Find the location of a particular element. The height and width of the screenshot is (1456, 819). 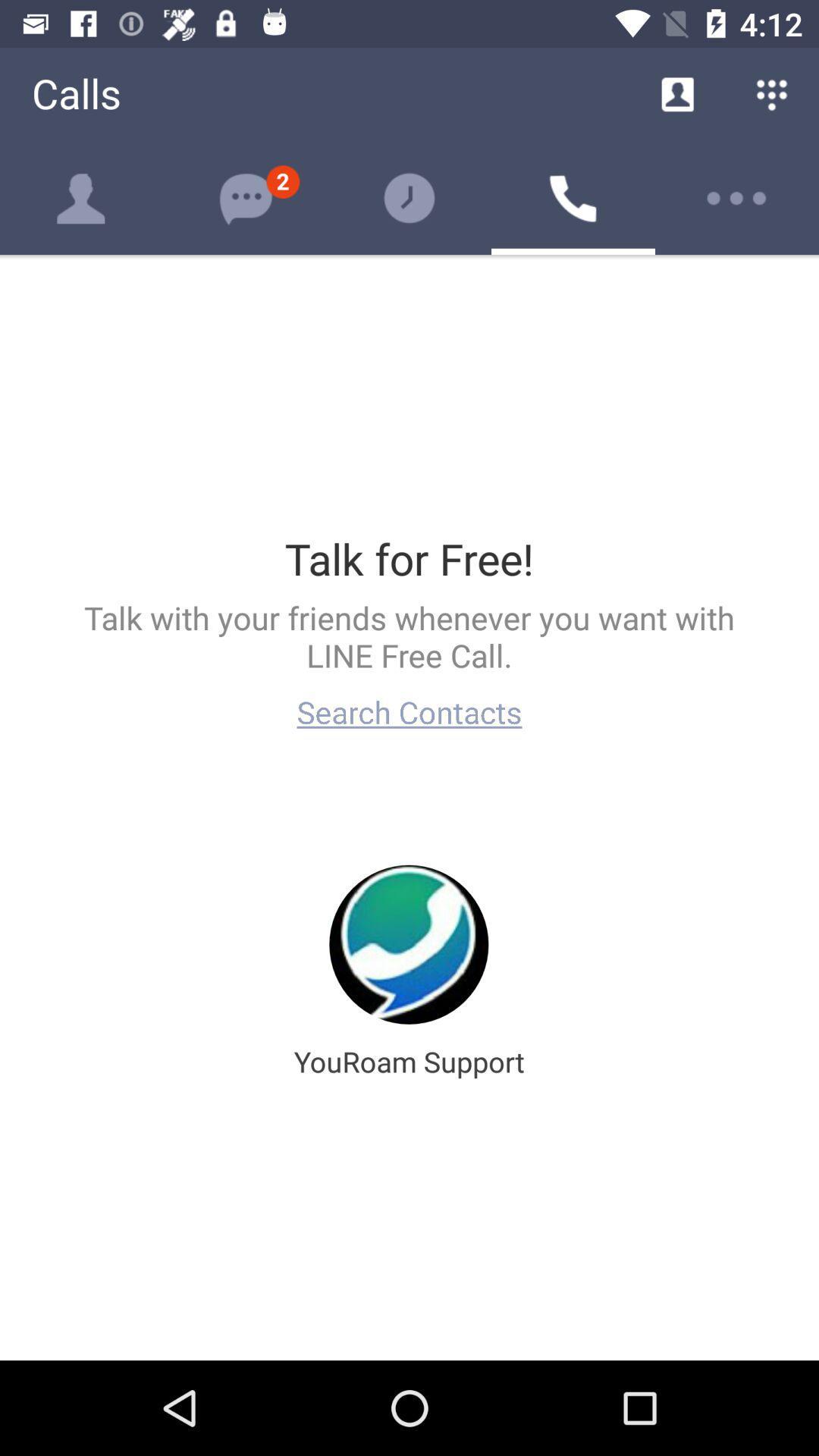

the fullscreen icon is located at coordinates (245, 198).